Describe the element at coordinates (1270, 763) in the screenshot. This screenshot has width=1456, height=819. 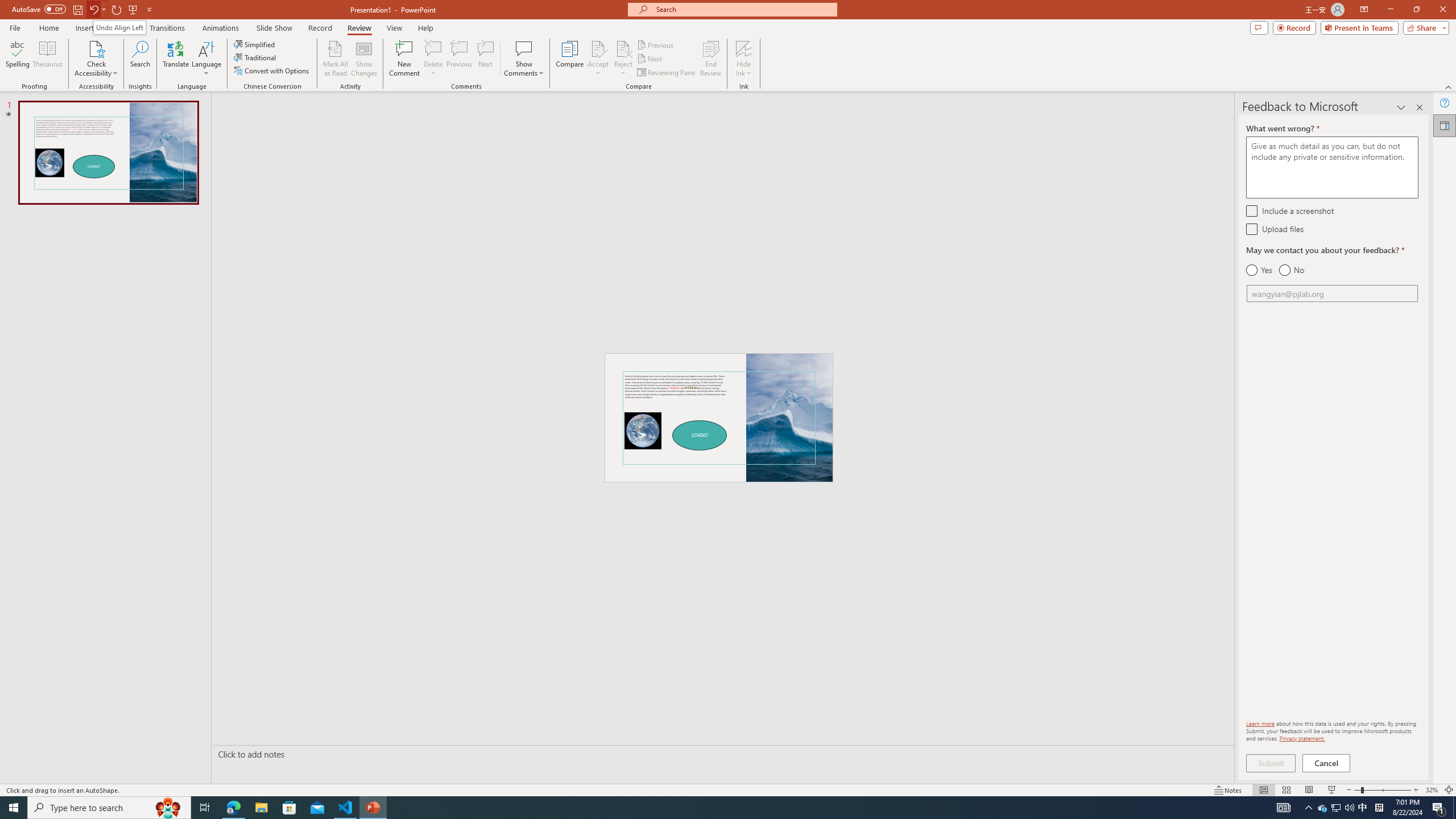
I see `'Submit'` at that location.